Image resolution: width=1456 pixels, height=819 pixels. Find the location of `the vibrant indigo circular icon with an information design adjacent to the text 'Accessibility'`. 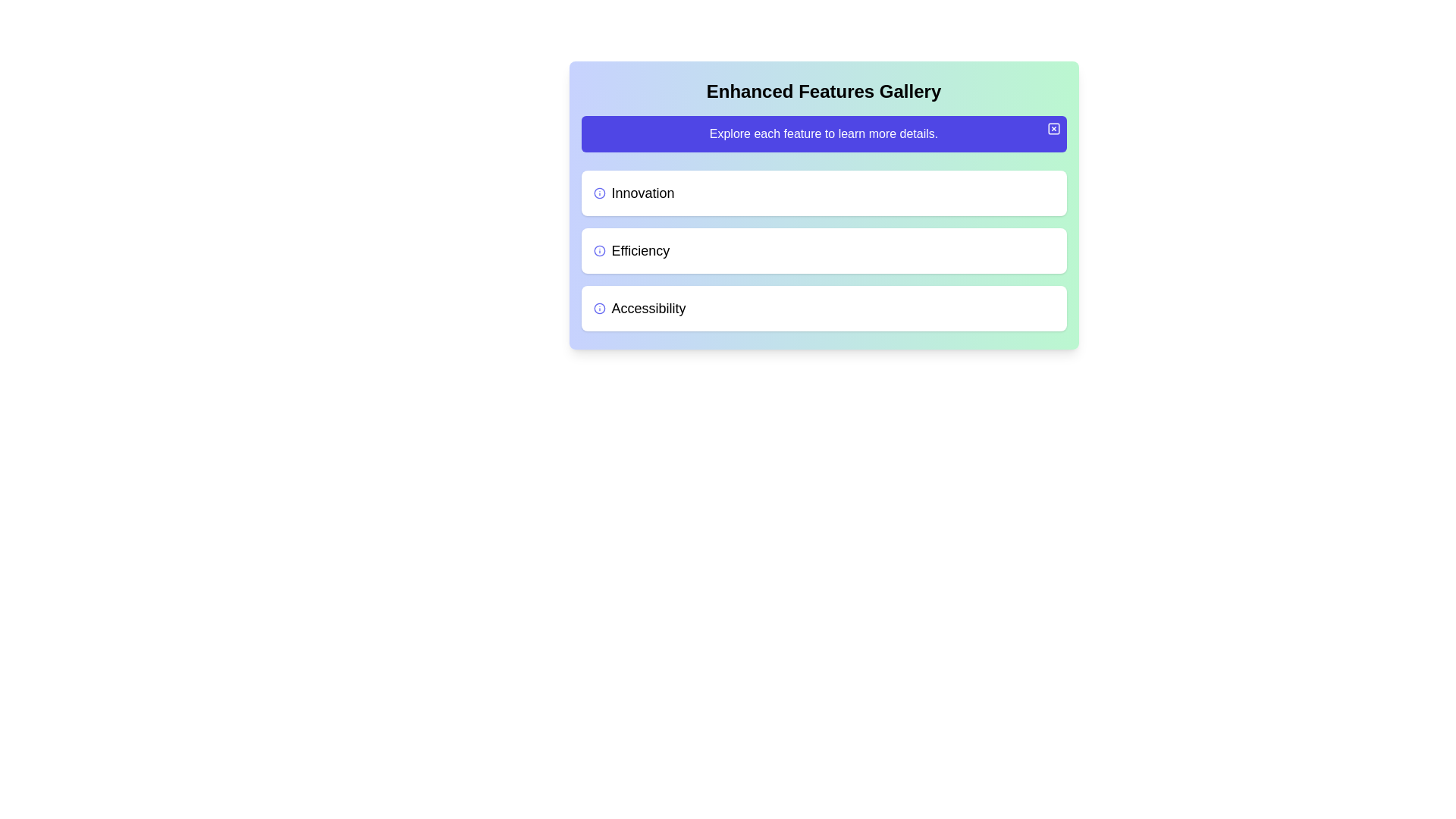

the vibrant indigo circular icon with an information design adjacent to the text 'Accessibility' is located at coordinates (598, 308).